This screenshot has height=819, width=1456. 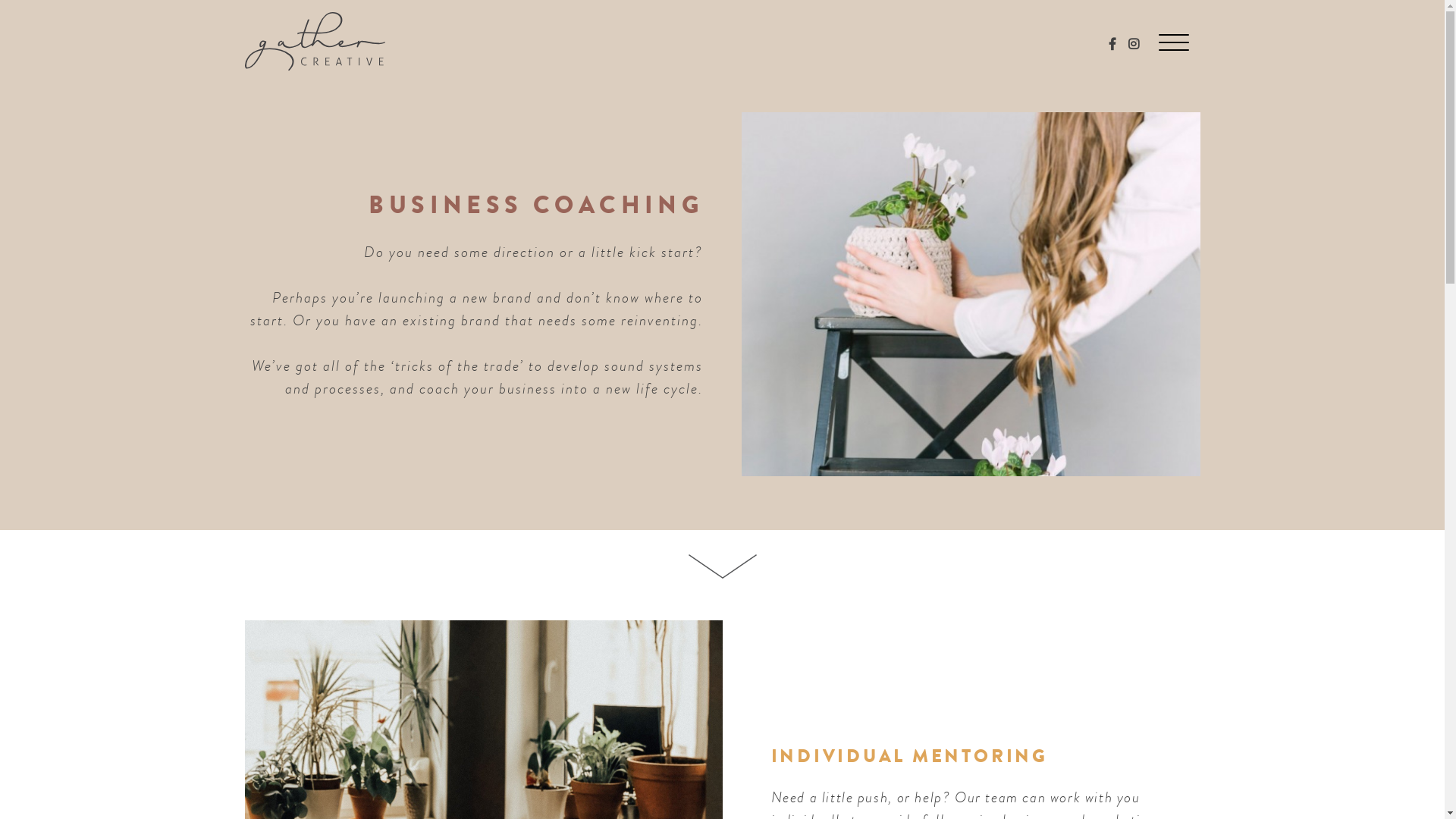 I want to click on 'Follow us on Instagram', so click(x=1128, y=43).